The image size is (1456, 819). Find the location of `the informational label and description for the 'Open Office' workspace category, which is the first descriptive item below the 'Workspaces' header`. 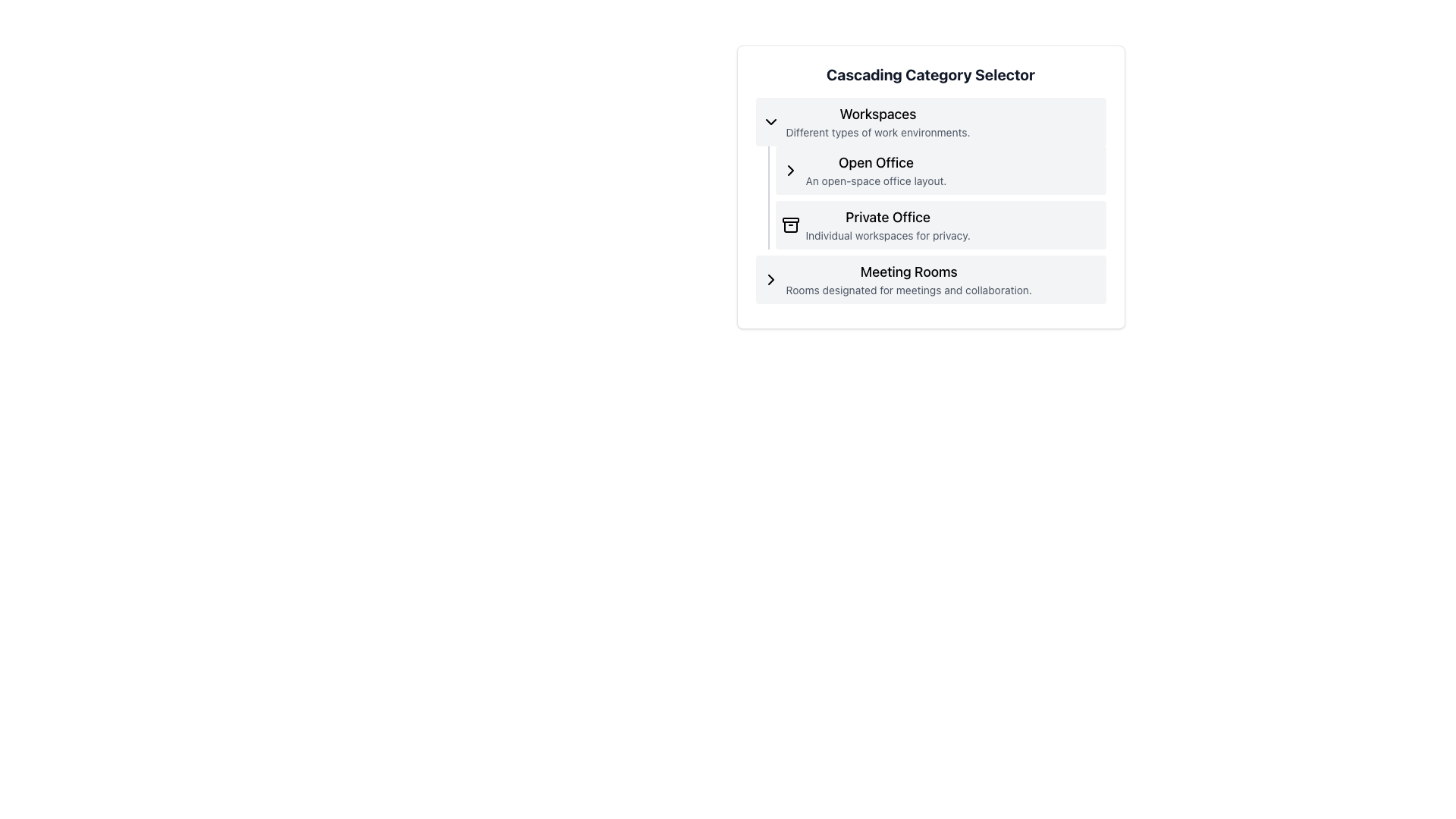

the informational label and description for the 'Open Office' workspace category, which is the first descriptive item below the 'Workspaces' header is located at coordinates (876, 170).